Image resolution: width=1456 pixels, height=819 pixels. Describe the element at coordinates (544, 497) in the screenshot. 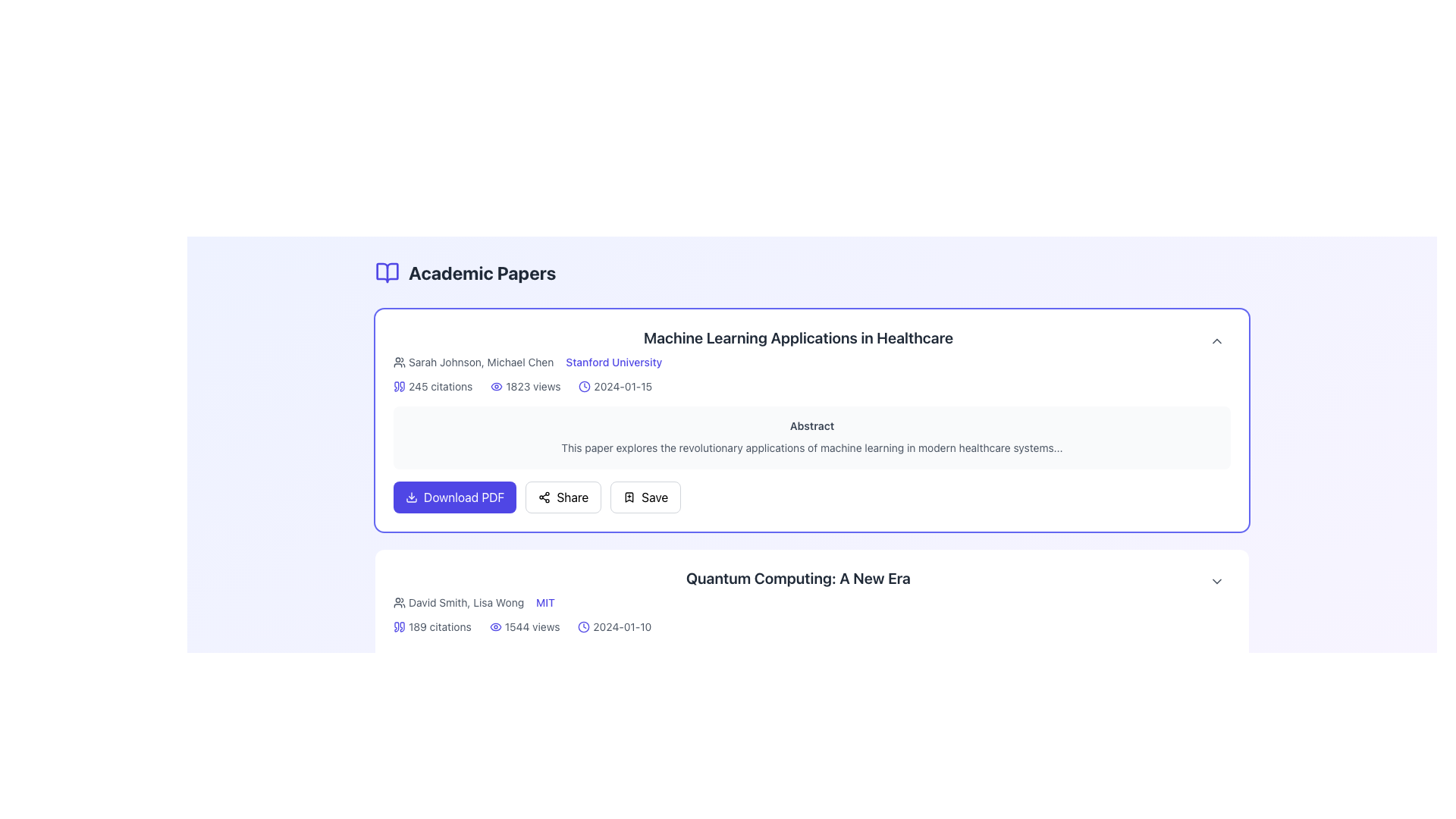

I see `the share icon located within the 'Share' button in the bottom part of the card titled 'Machine Learning Applications in Healthcare'` at that location.